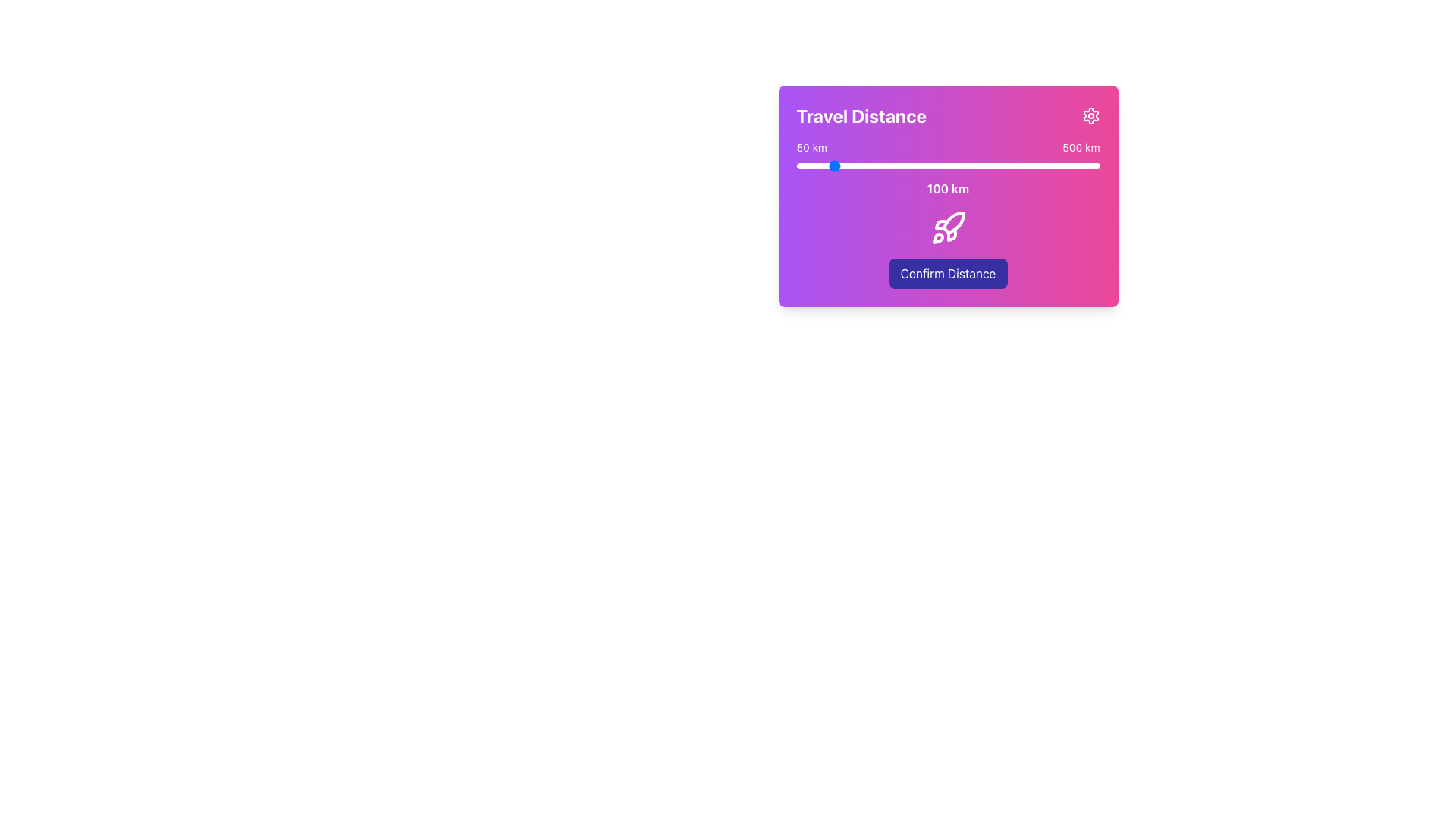  I want to click on the settings icon, which resembles a cogwheel and is located at the top-right corner of the 'Travel Distance' card, so click(1090, 115).